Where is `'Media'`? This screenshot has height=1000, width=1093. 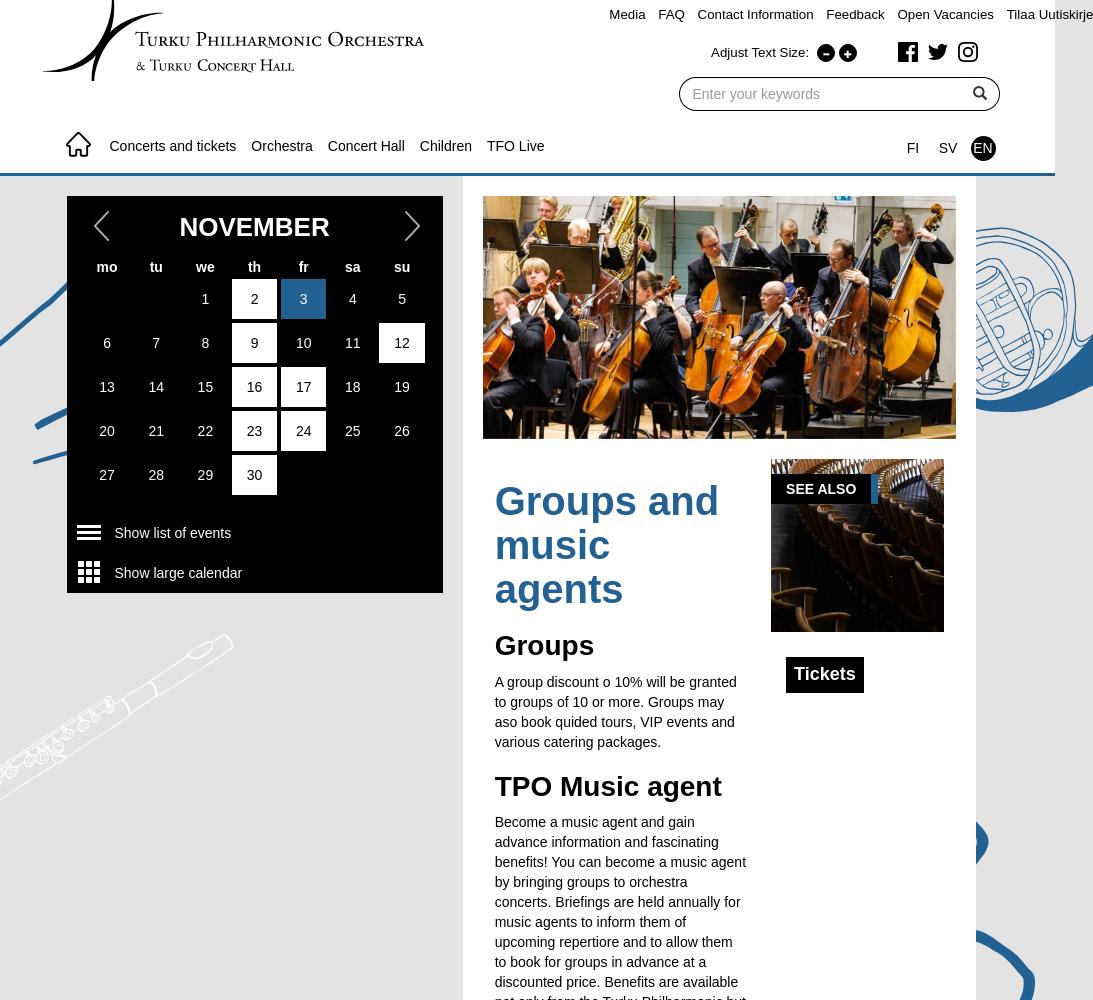 'Media' is located at coordinates (627, 14).